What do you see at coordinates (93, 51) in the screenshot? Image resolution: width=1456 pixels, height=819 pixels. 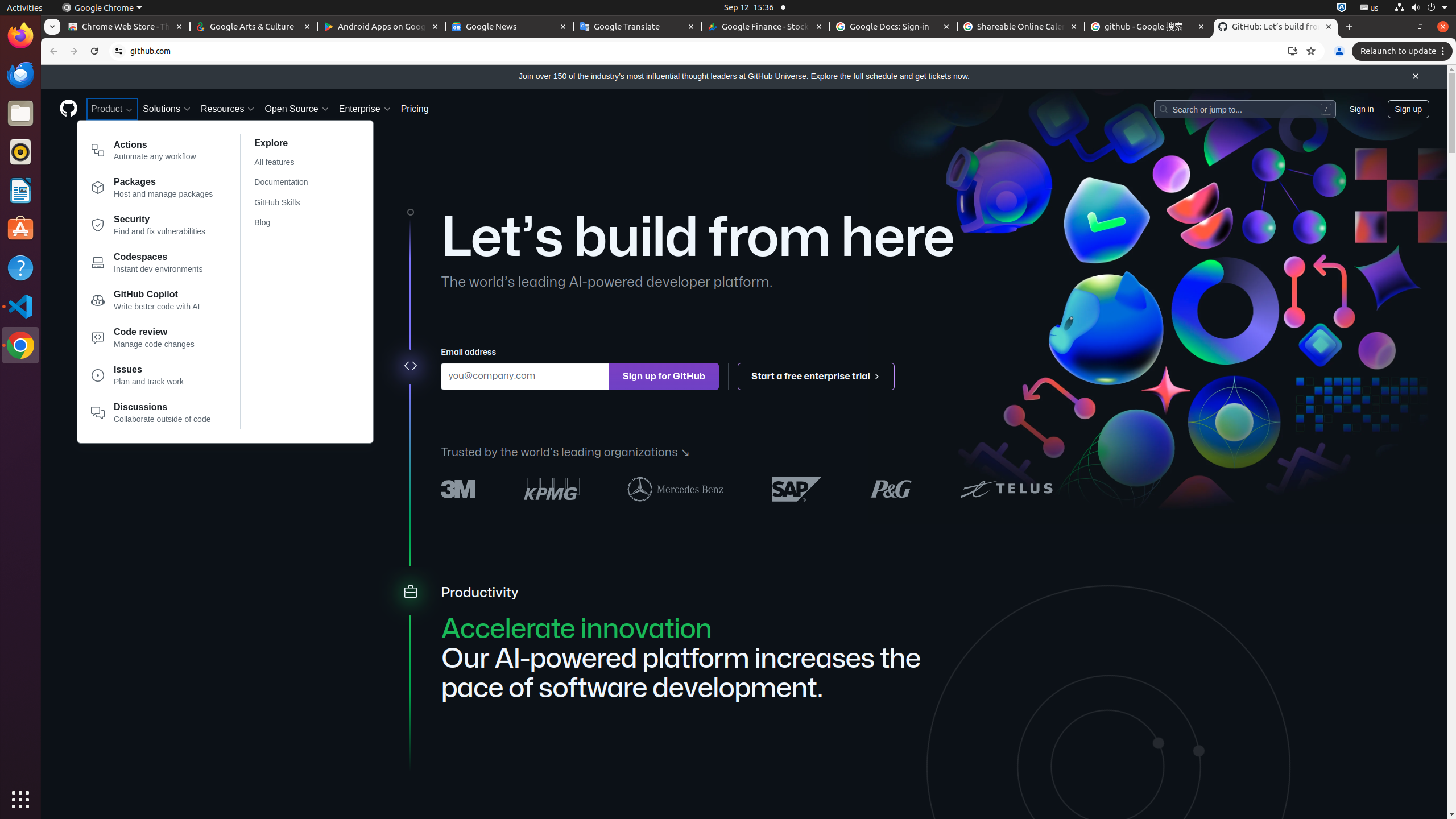 I see `'Reload'` at bounding box center [93, 51].